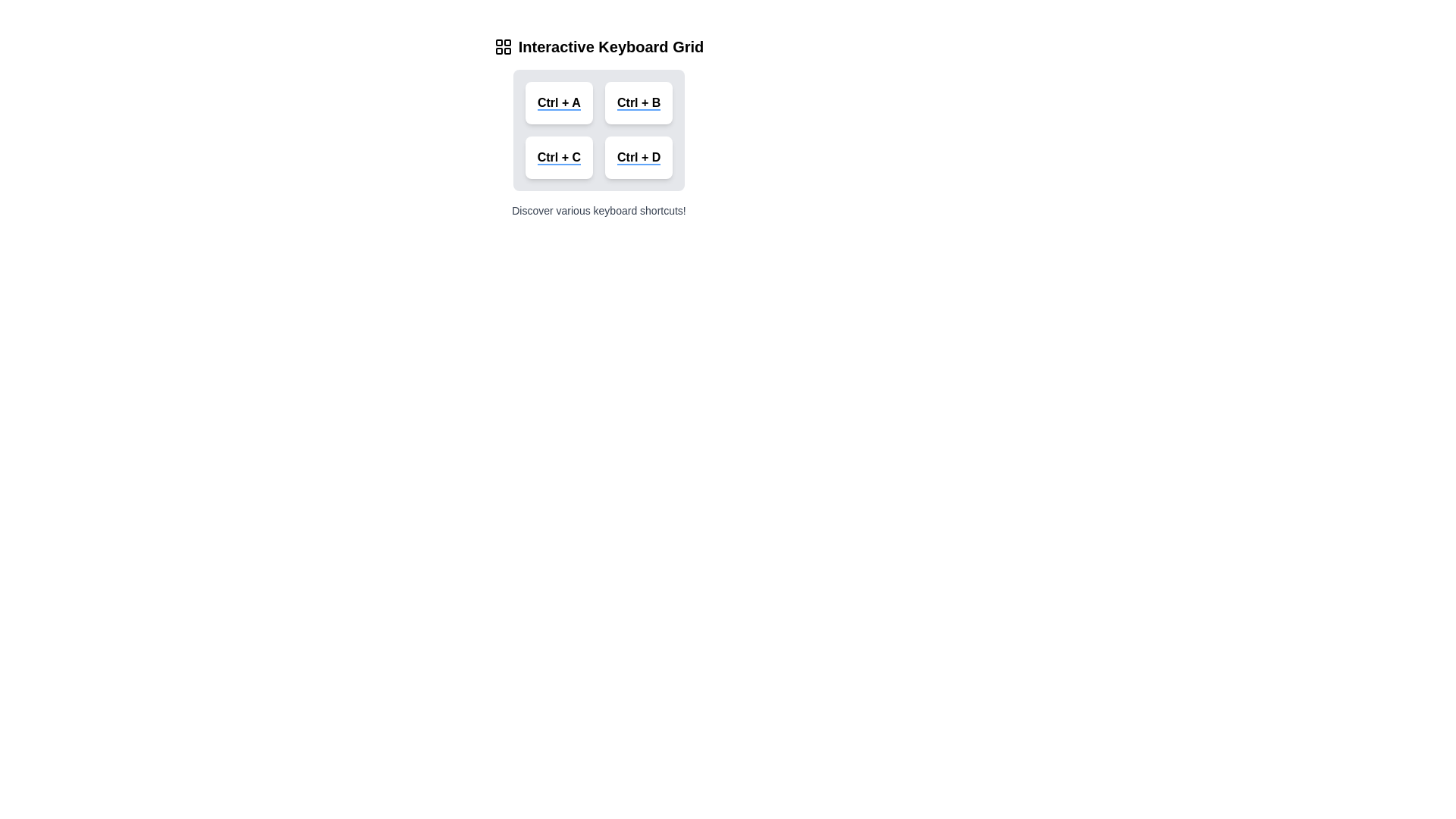 The width and height of the screenshot is (1456, 819). What do you see at coordinates (639, 102) in the screenshot?
I see `the keyboard shortcut button for 'Ctrl + B' located in the first row, second column of the grid` at bounding box center [639, 102].